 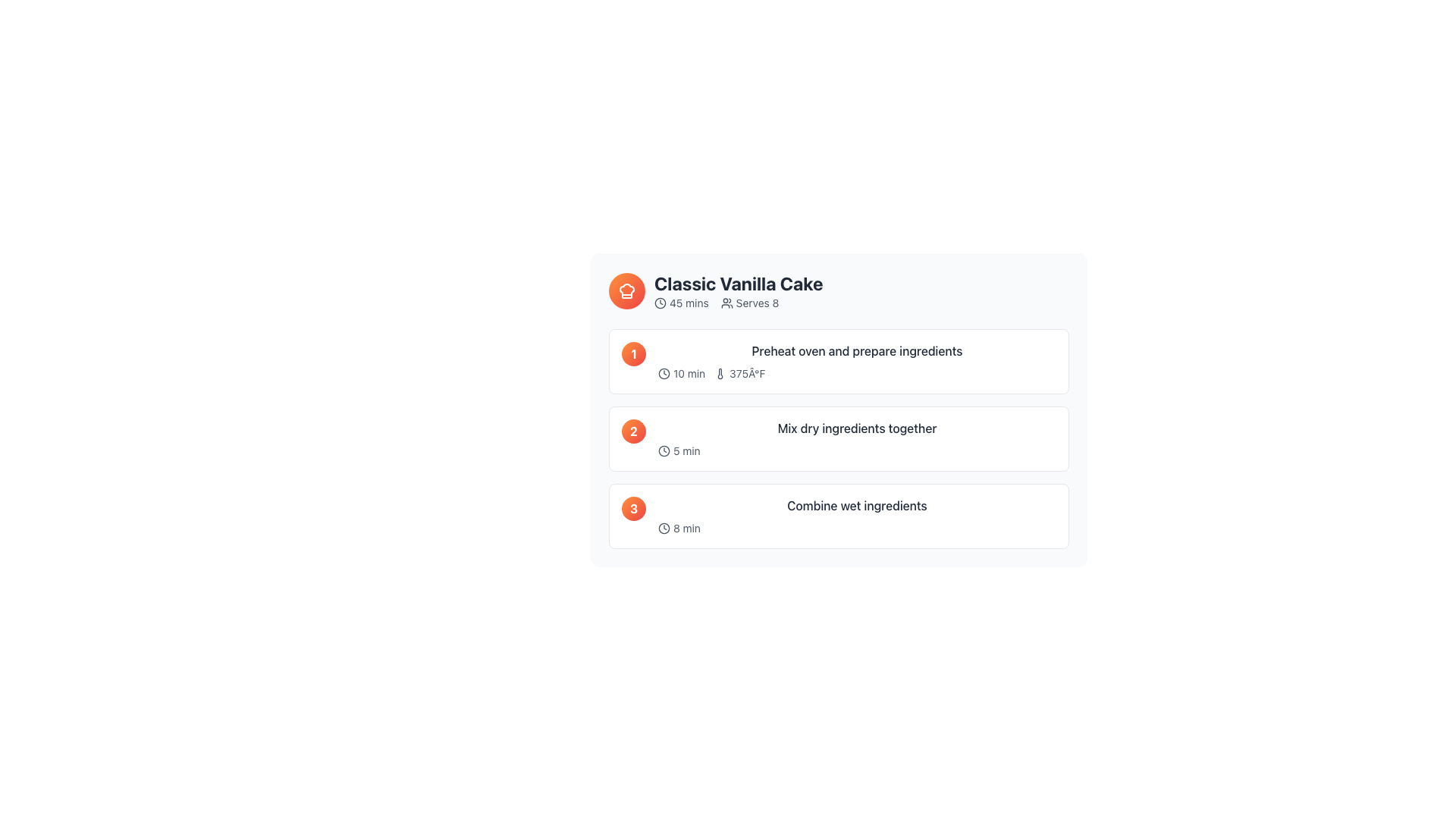 I want to click on text of the main title Text Label, which is prominently displayed at the top of the associated content area, so click(x=739, y=284).